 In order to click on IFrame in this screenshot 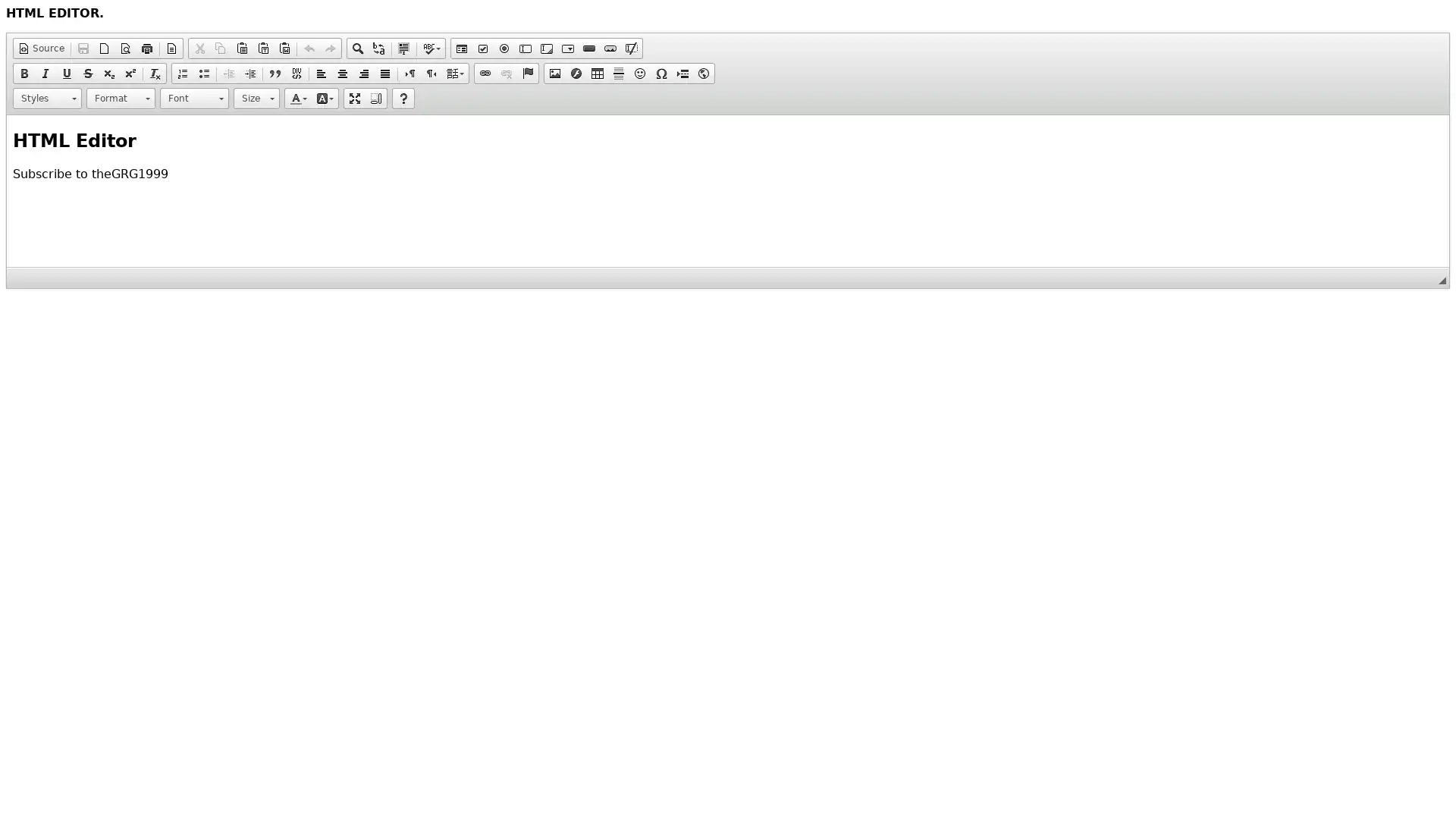, I will do `click(702, 73)`.